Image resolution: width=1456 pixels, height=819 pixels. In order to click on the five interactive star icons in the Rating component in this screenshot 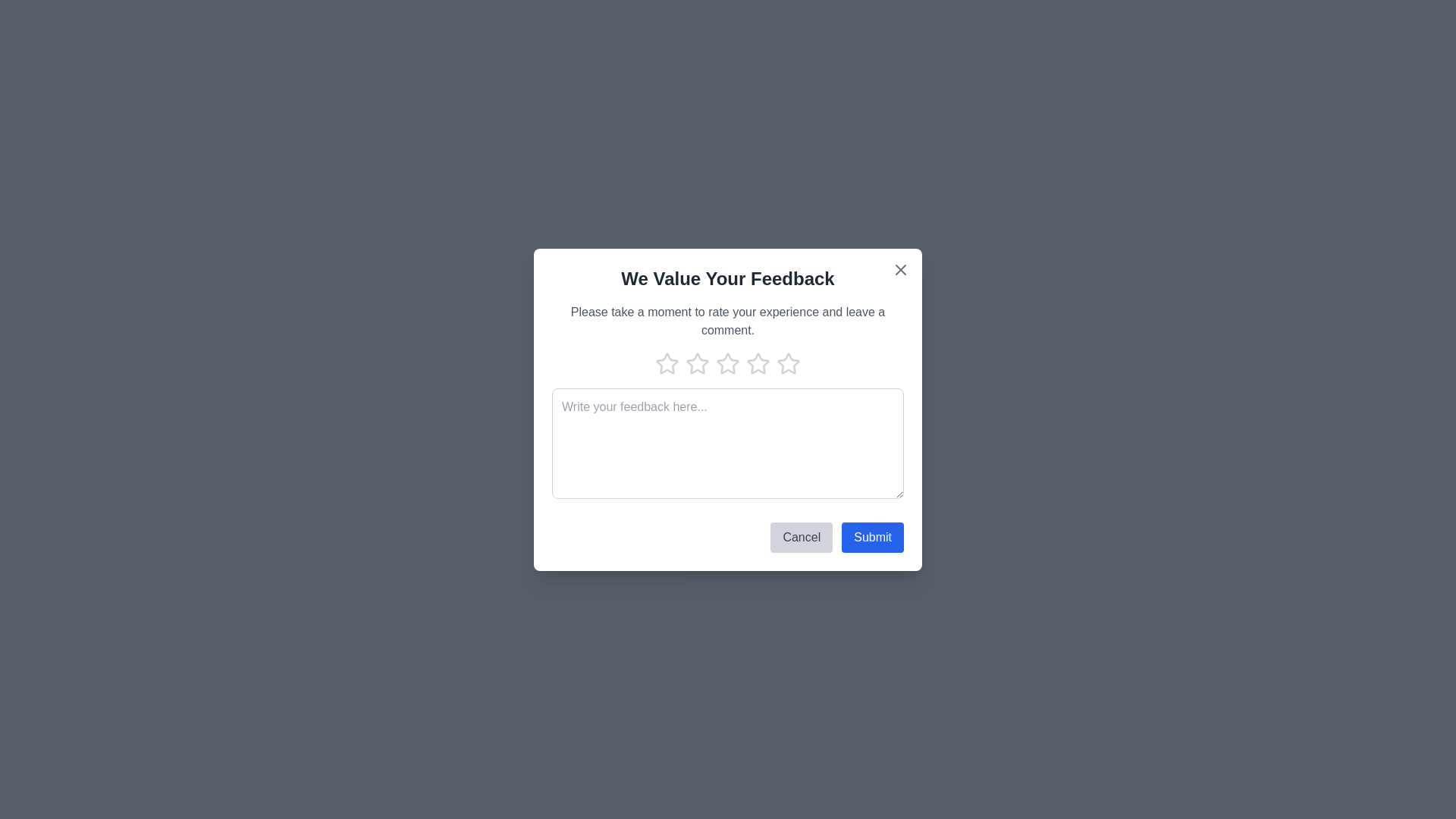, I will do `click(728, 362)`.